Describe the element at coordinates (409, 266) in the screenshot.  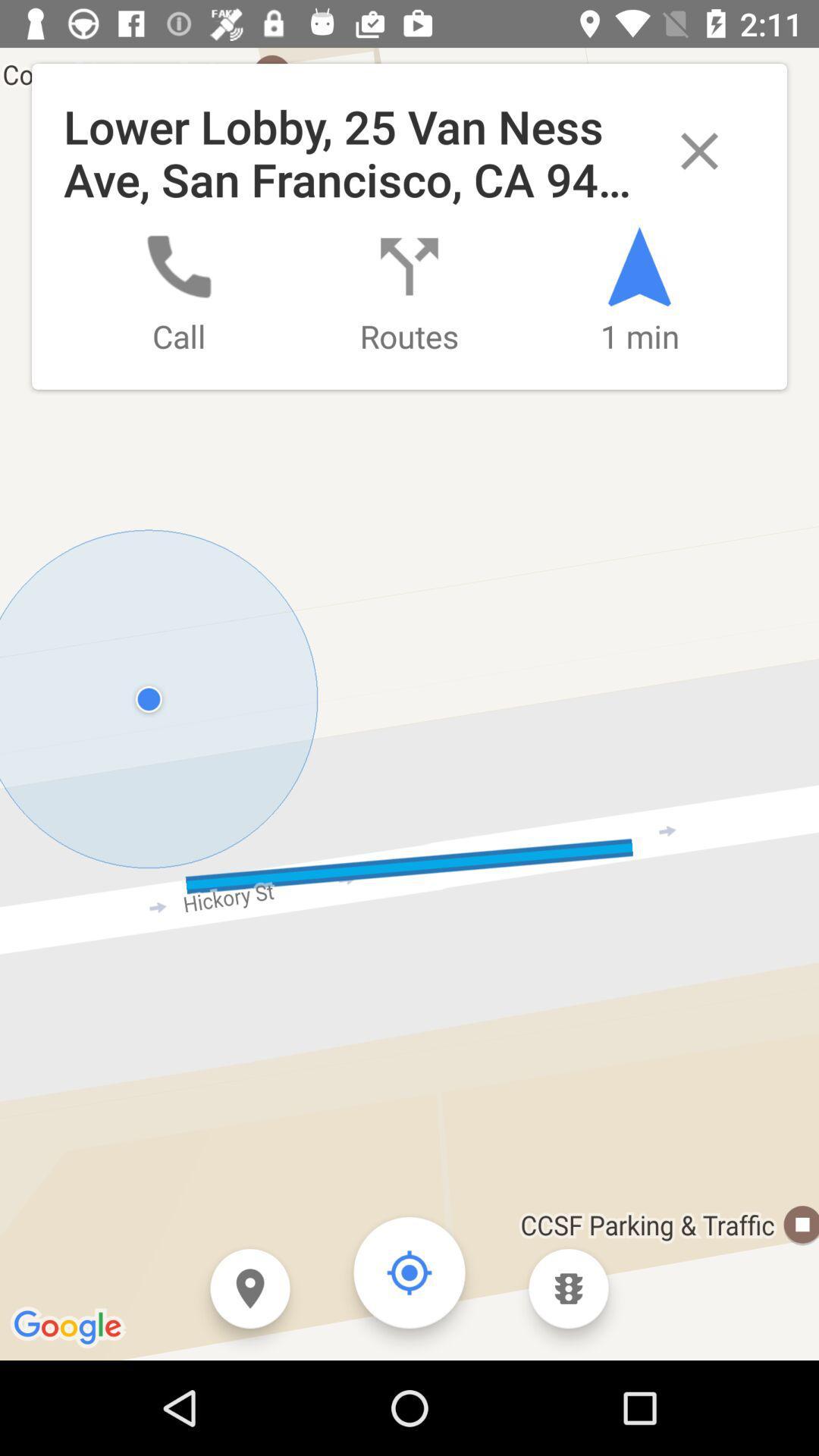
I see `the alternative arrows symbol above routes` at that location.